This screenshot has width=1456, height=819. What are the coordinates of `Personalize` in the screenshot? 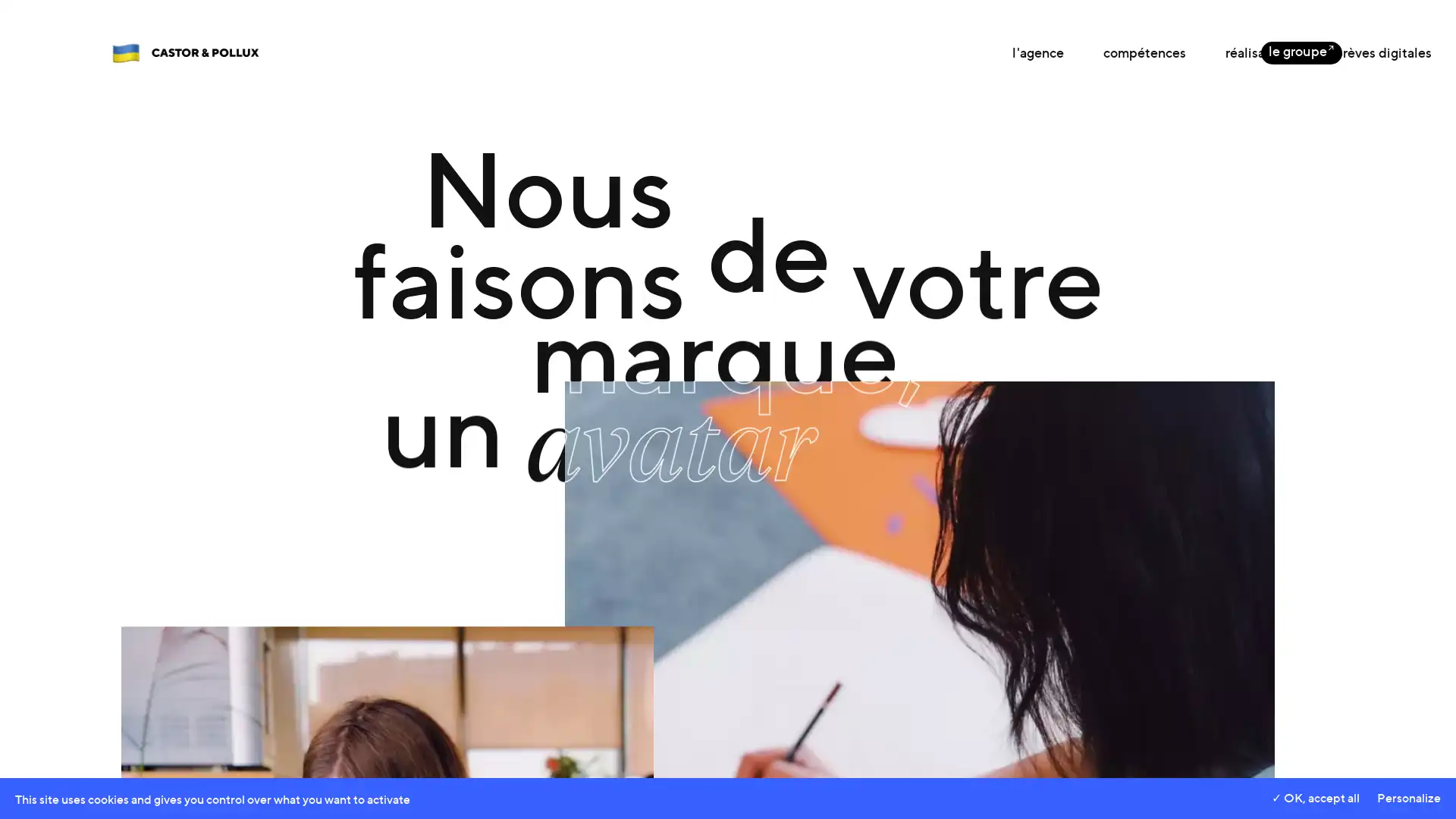 It's located at (1407, 795).